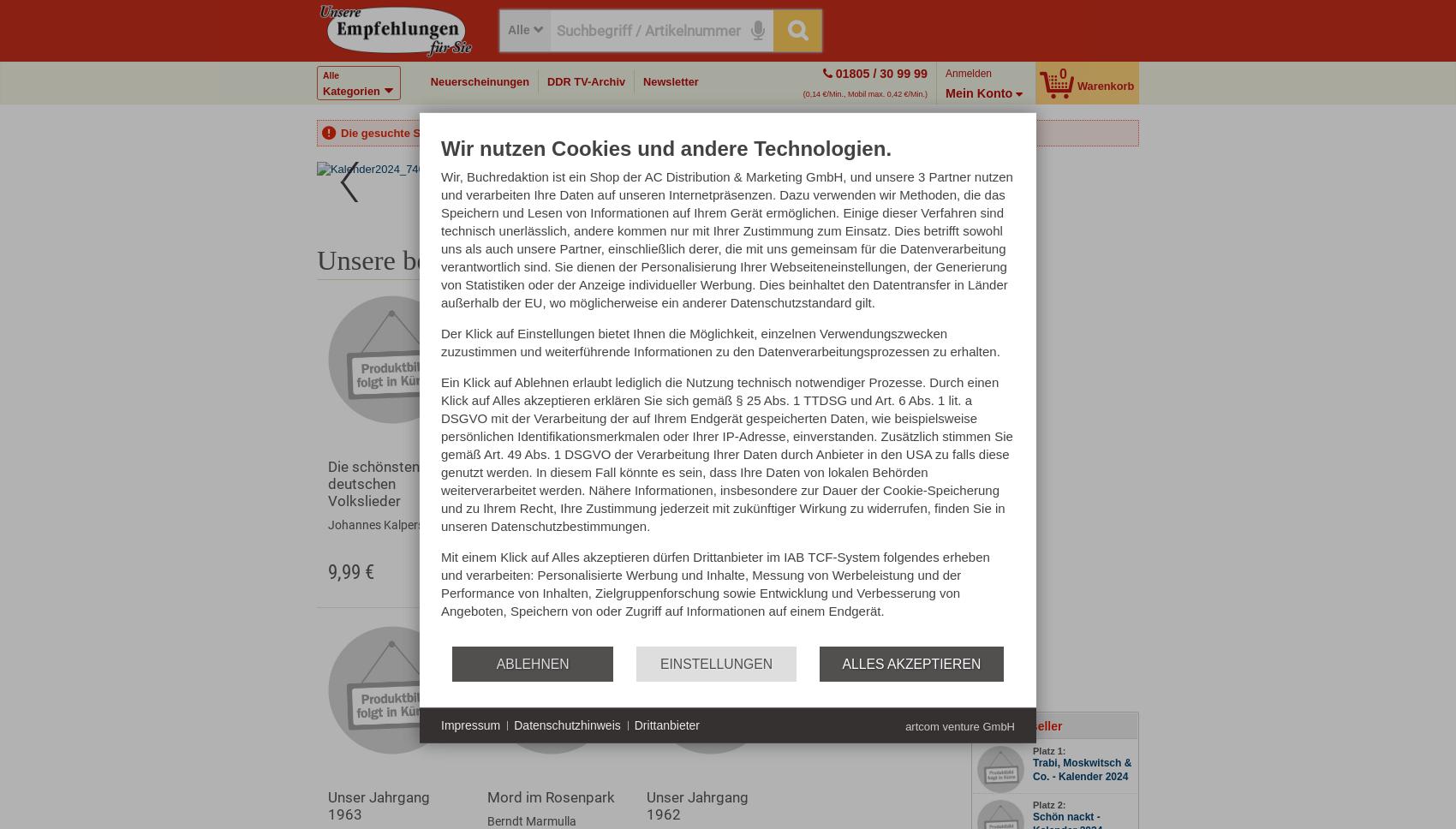 The image size is (1456, 829). What do you see at coordinates (671, 183) in the screenshot?
I see `'8'` at bounding box center [671, 183].